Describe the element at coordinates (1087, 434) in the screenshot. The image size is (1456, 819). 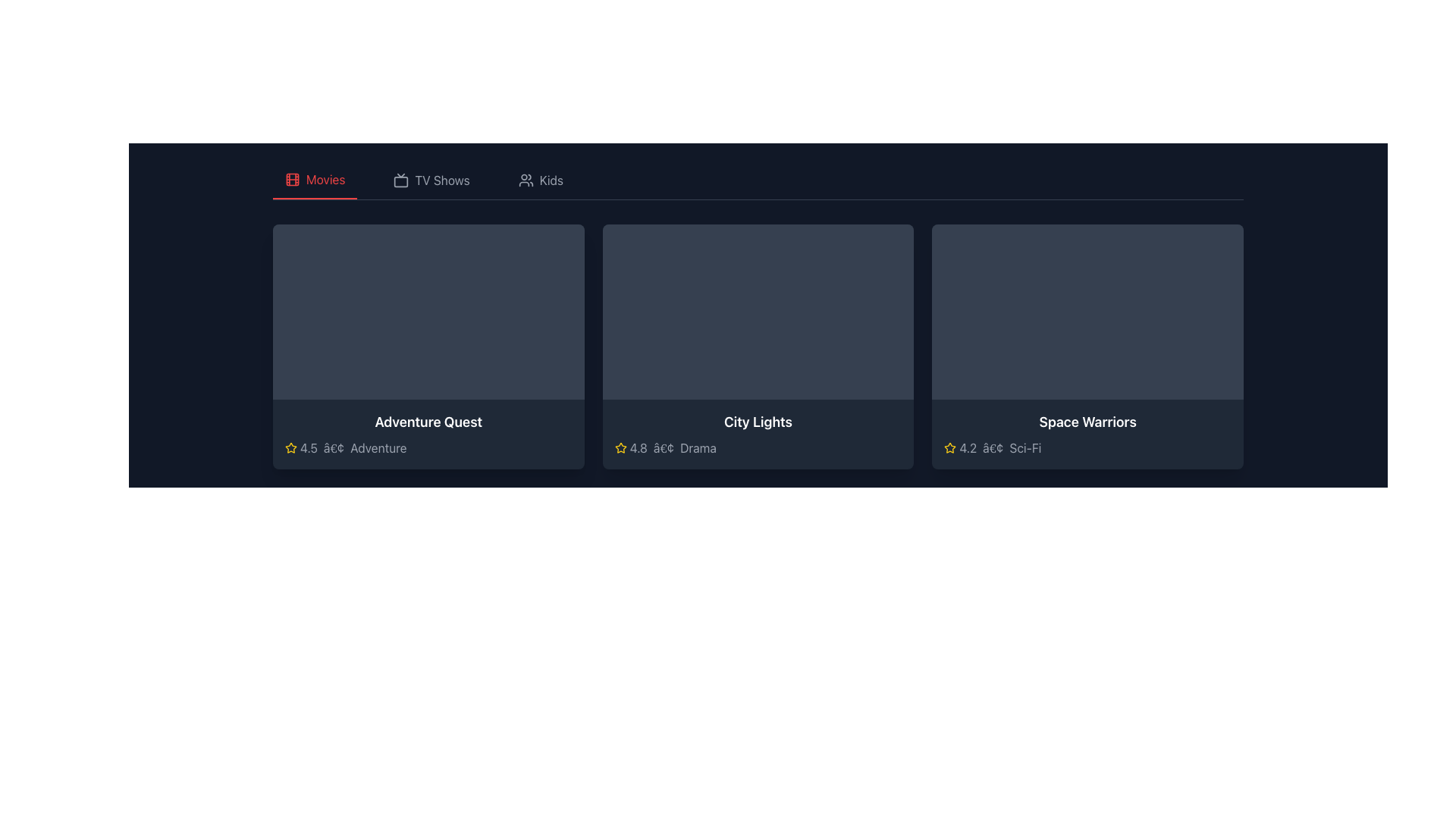
I see `the informational display element titled 'Space Warriors' which includes a star icon and rating, located at the bottom of the third card in a horizontal list` at that location.